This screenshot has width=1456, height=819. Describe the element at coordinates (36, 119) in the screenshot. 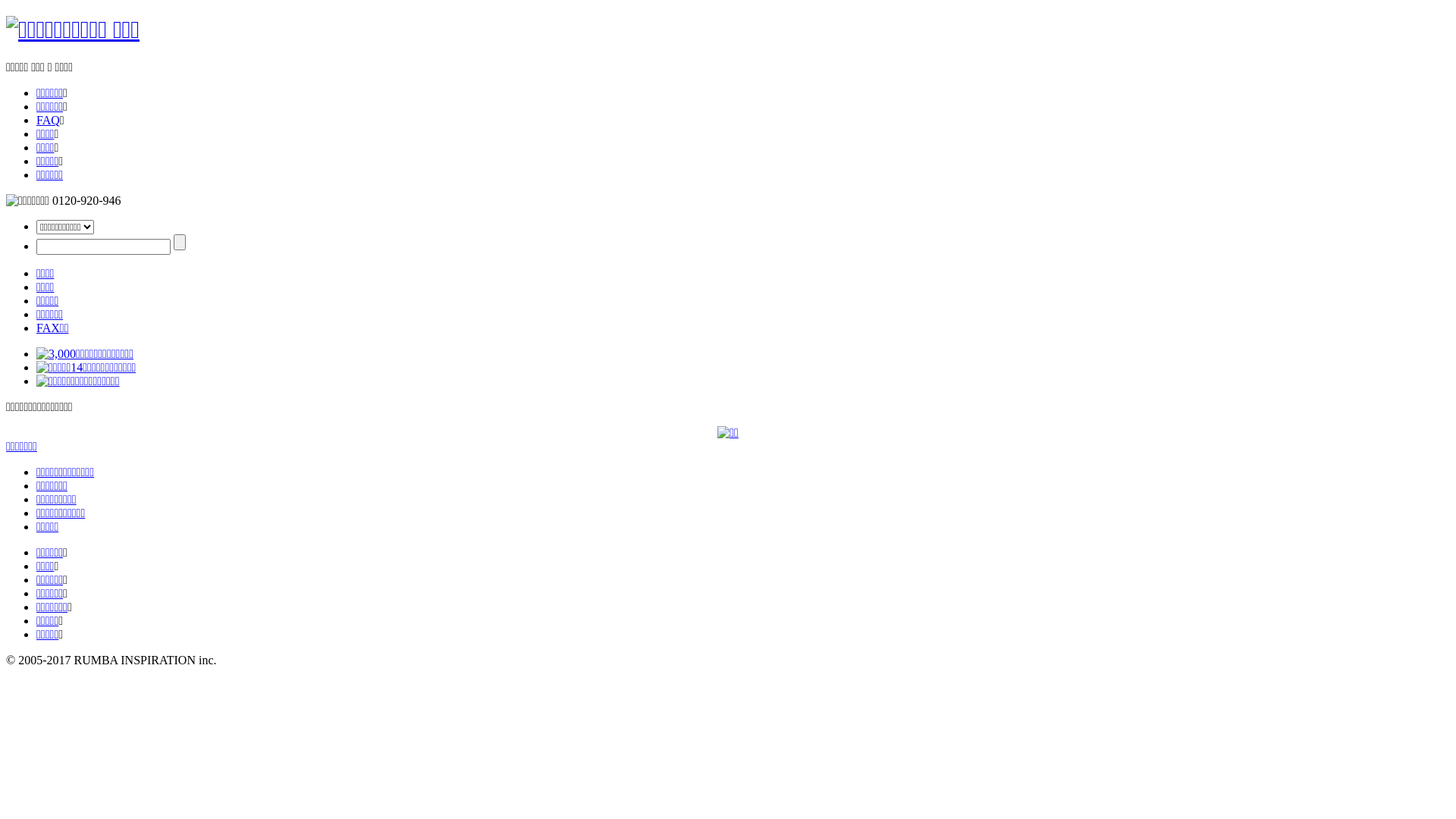

I see `'FAQ'` at that location.